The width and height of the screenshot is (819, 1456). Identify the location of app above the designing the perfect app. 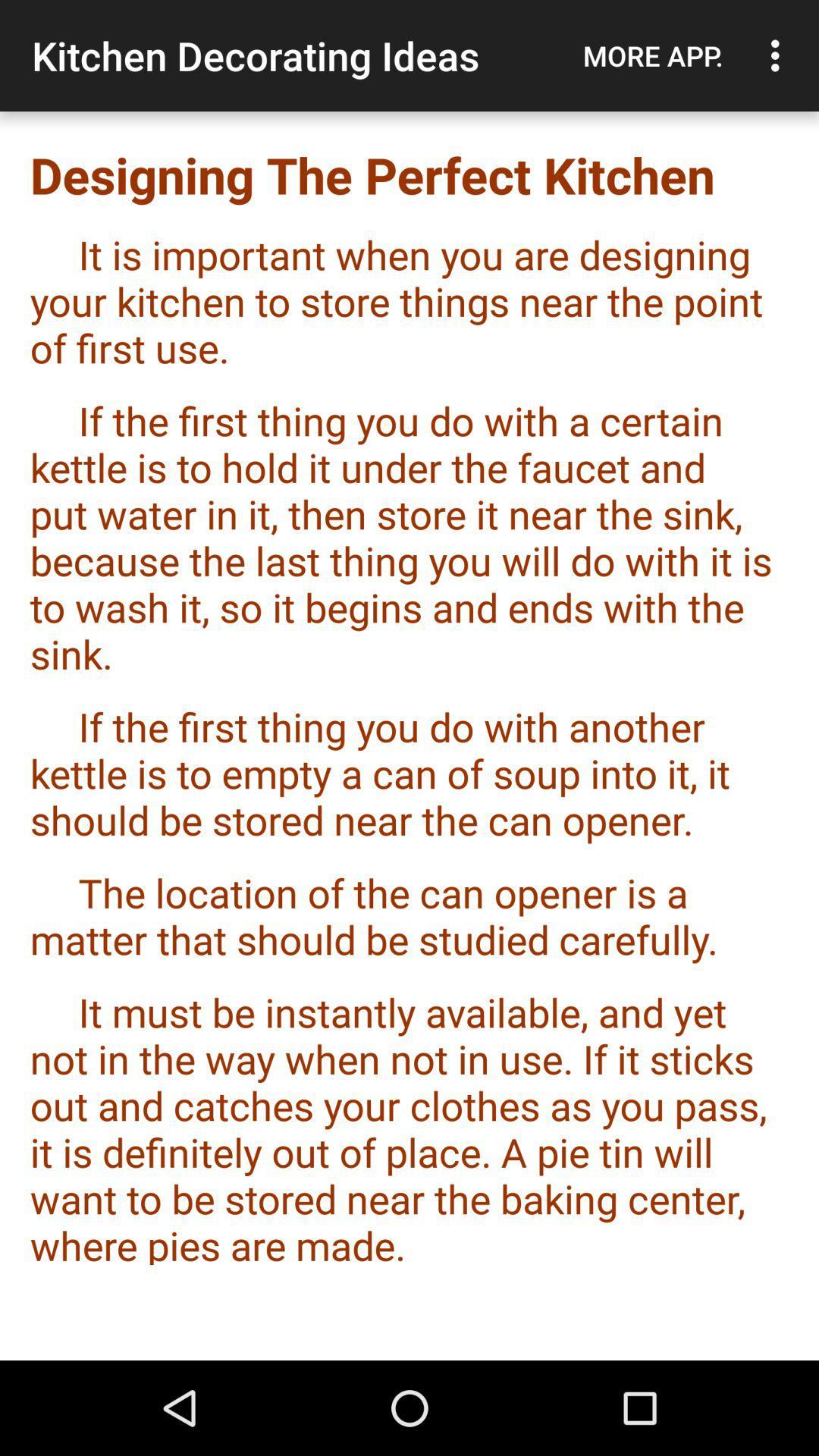
(779, 55).